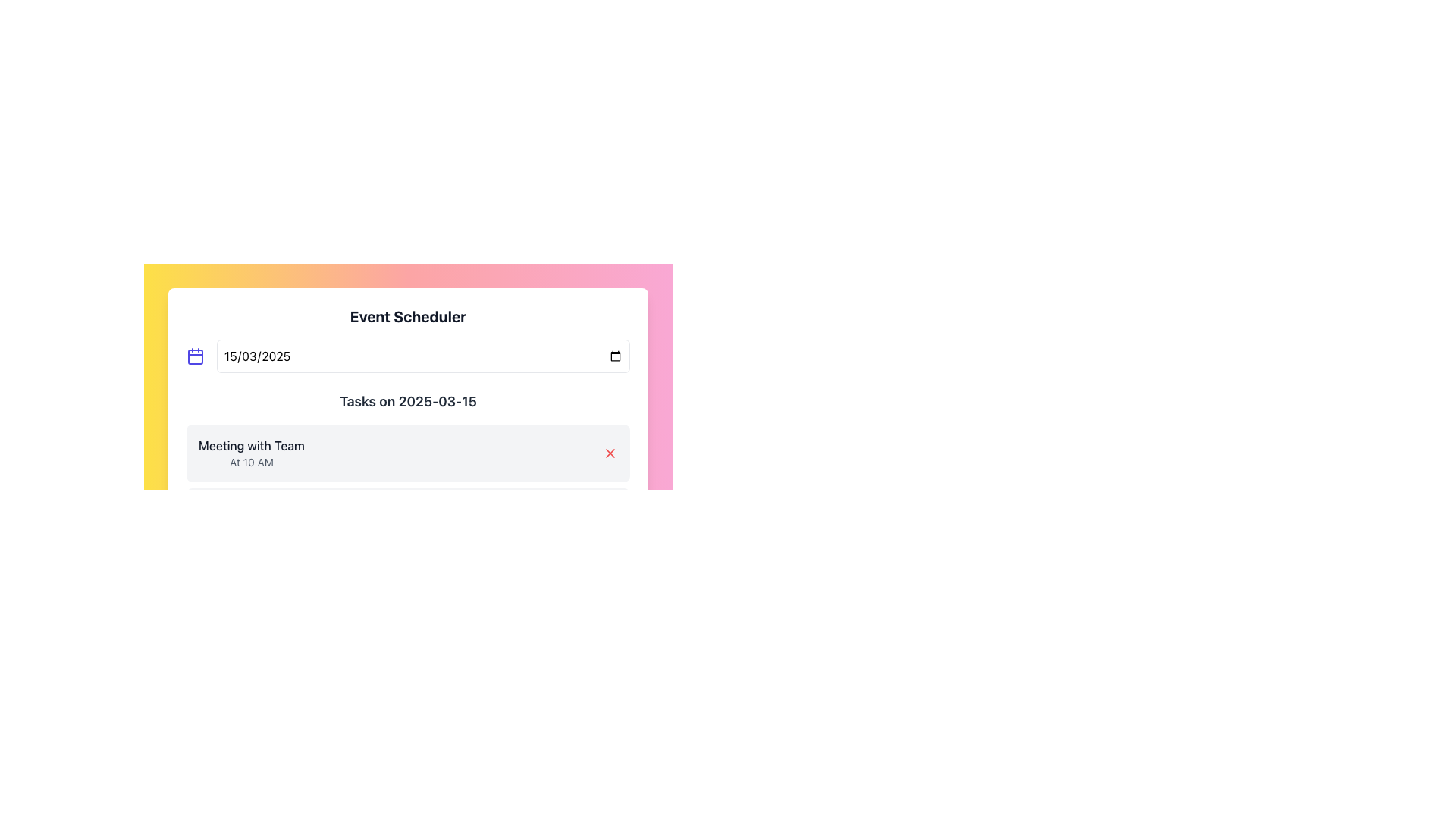  What do you see at coordinates (195, 356) in the screenshot?
I see `the decorative rectangle that serves as the main body of the indigo-colored calendar icon, positioned to the left of the date input field displaying '15/03/2025'` at bounding box center [195, 356].